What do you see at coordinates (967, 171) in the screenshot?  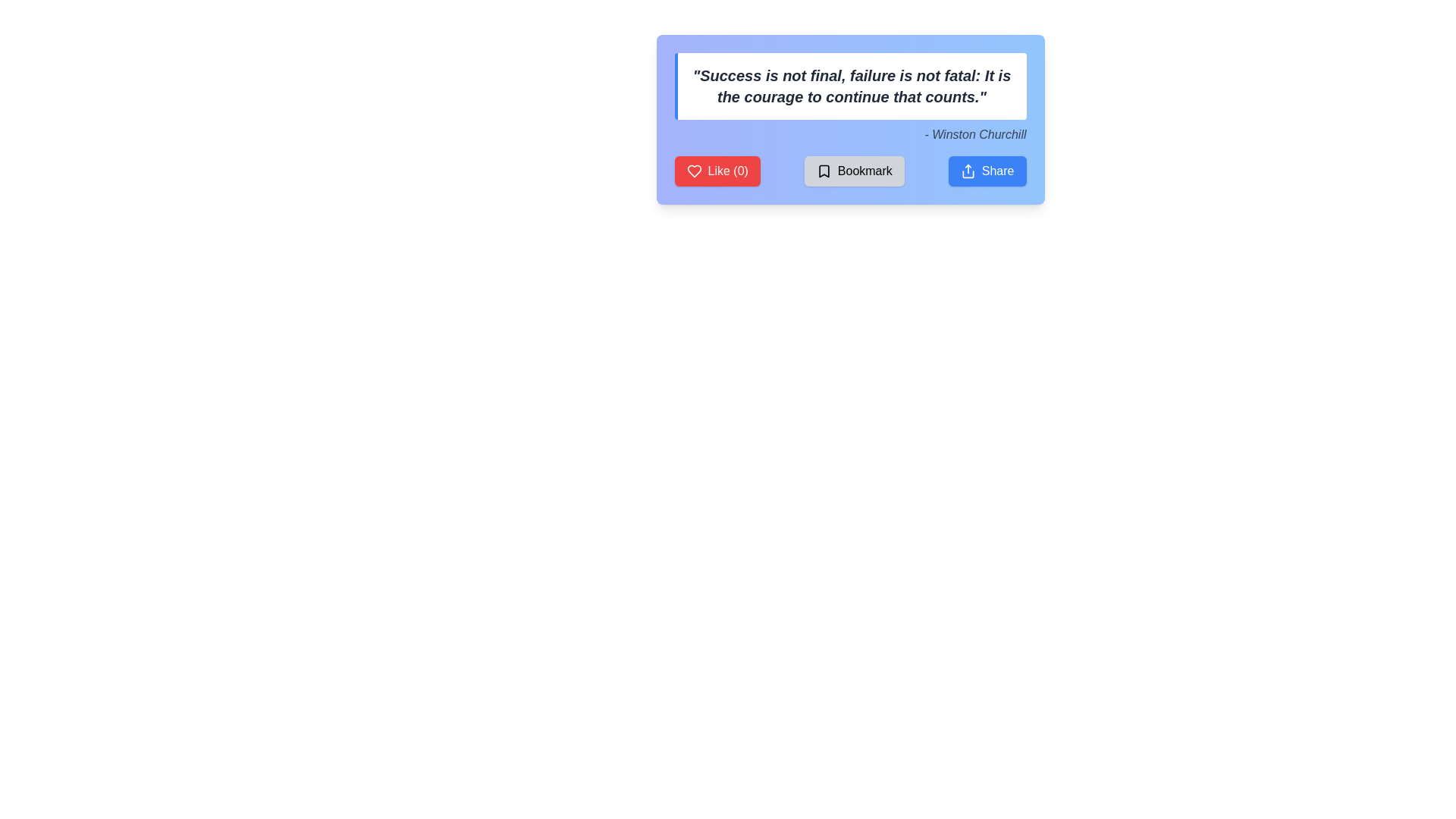 I see `the share icon located at the start of the blue button labeled 'Share', positioned to the far right of a group of three buttons beneath a quote section` at bounding box center [967, 171].